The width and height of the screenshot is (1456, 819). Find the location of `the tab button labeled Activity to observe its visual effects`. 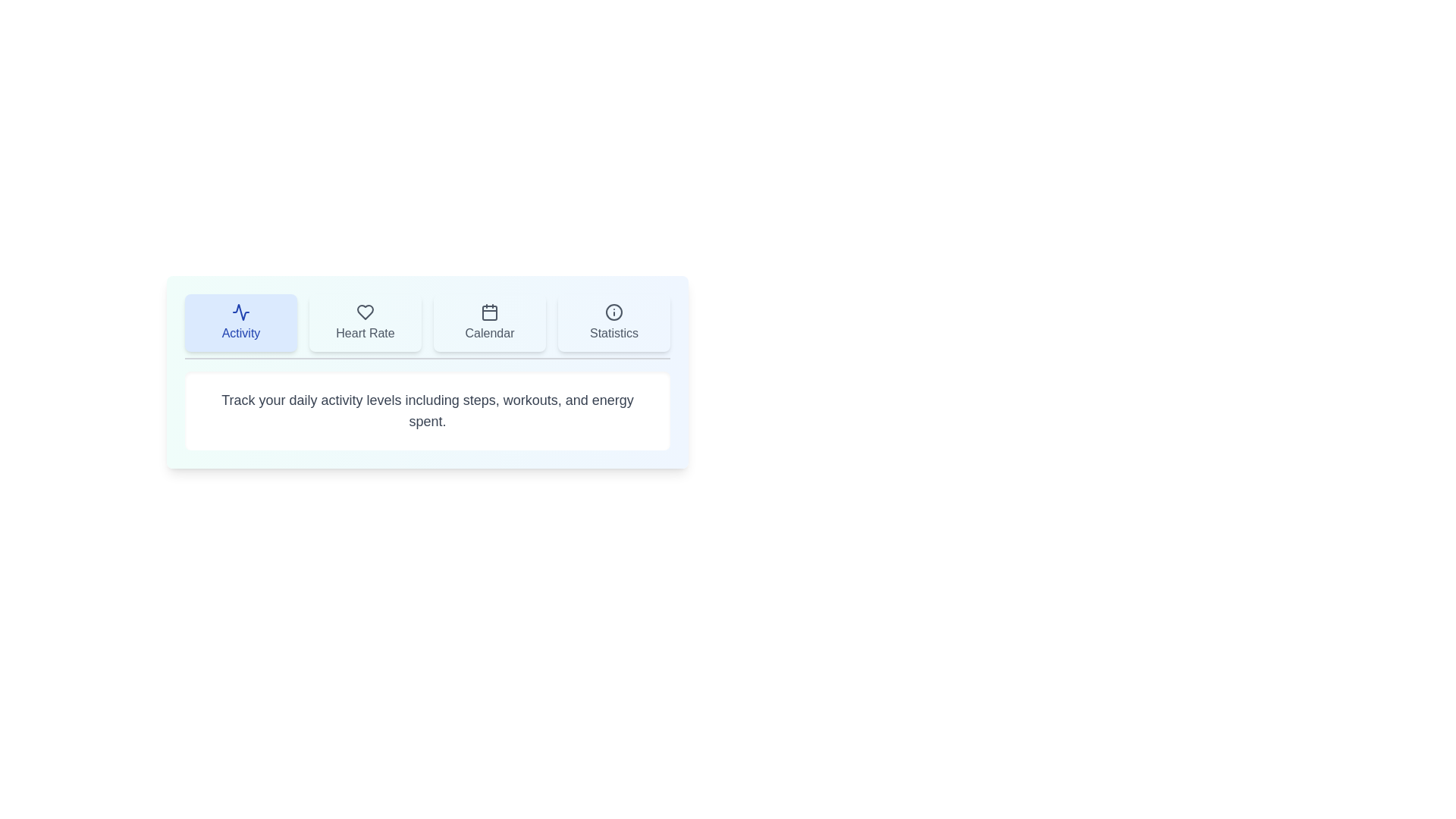

the tab button labeled Activity to observe its visual effects is located at coordinates (240, 322).